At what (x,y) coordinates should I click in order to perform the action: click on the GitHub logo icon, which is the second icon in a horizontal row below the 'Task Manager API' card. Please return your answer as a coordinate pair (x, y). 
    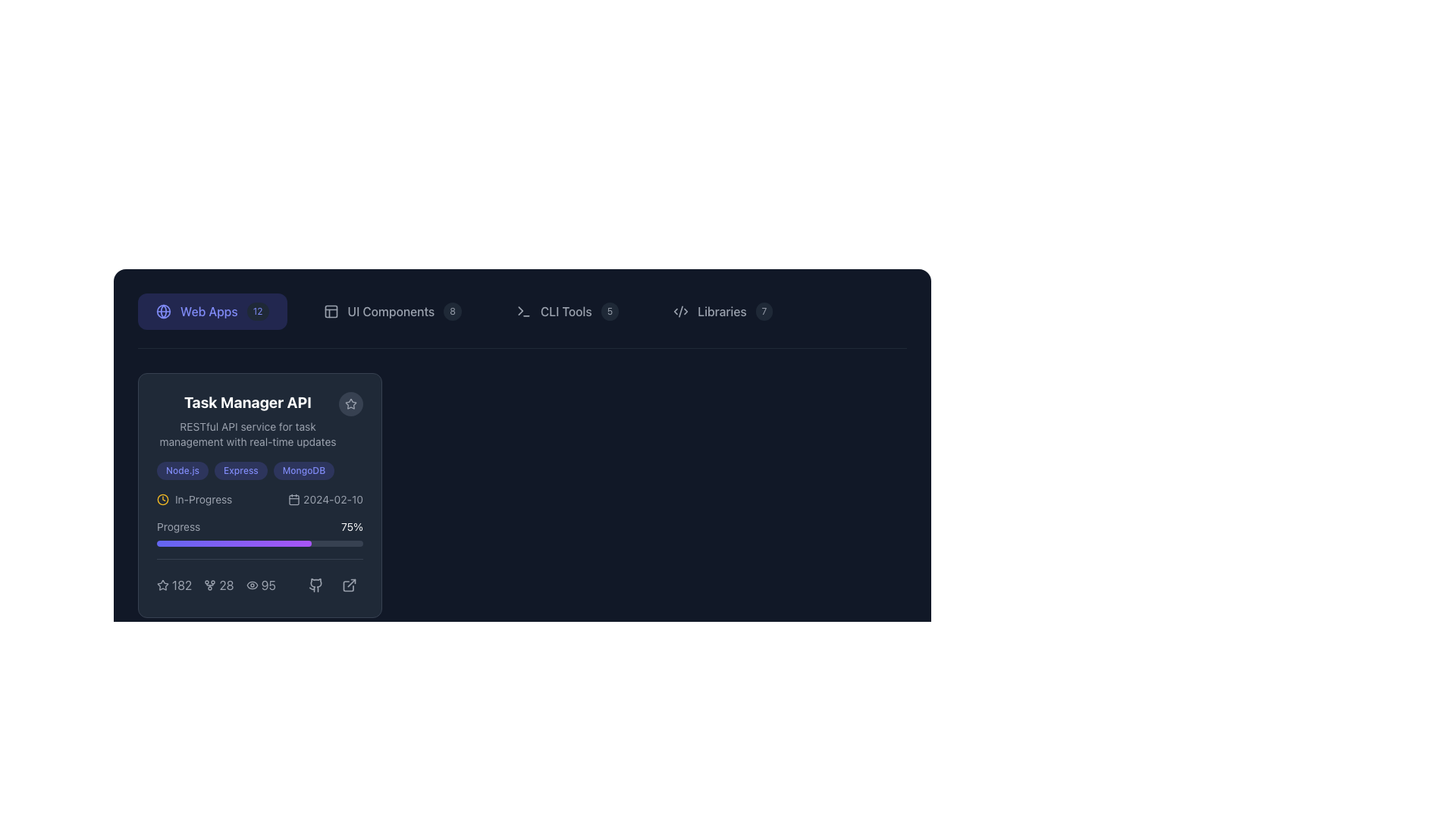
    Looking at the image, I should click on (315, 584).